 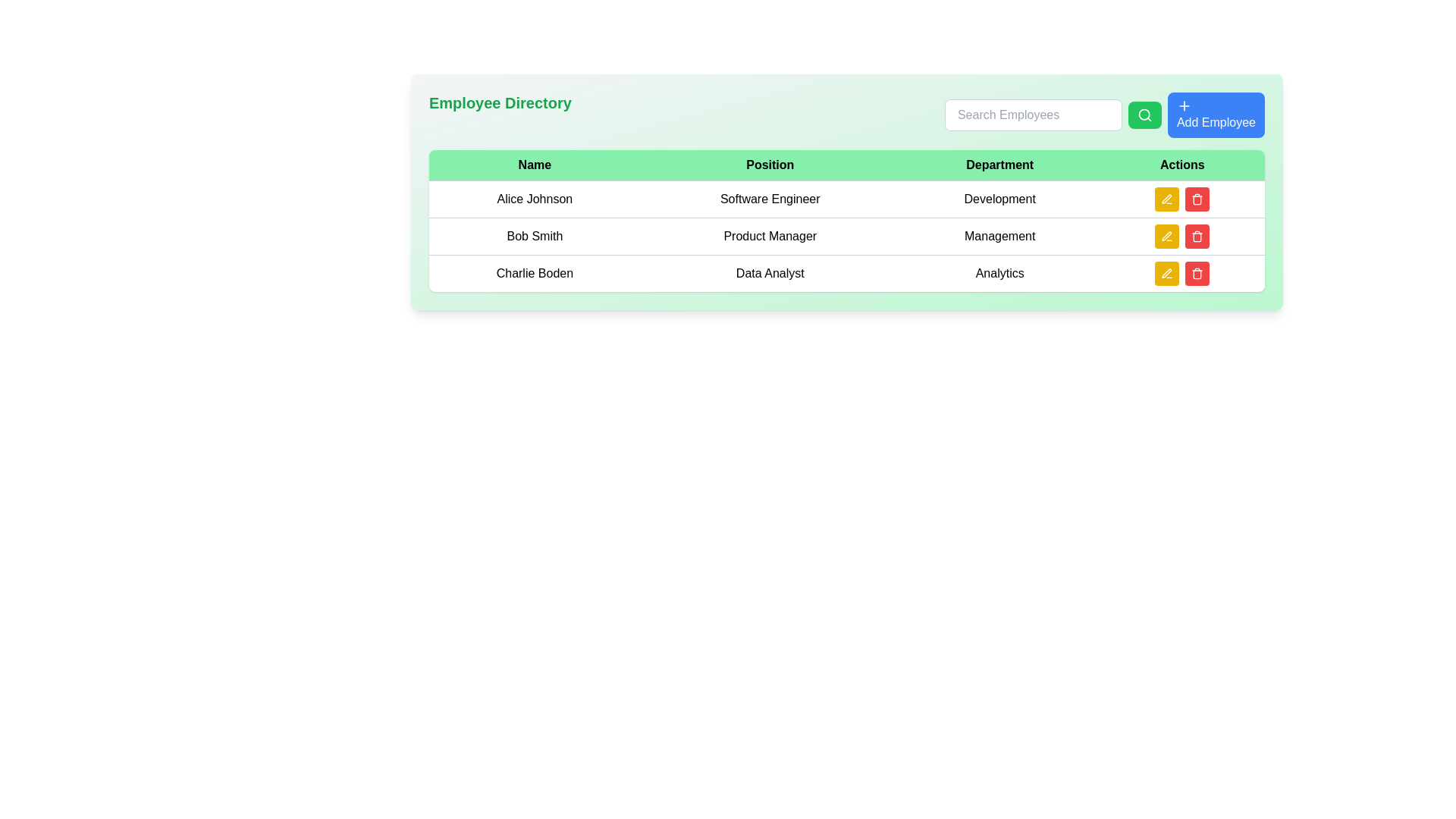 What do you see at coordinates (1144, 114) in the screenshot?
I see `the small circular search icon located within the green button adjacent to the blue 'Add Employee' button at the top-right corner of the table interface` at bounding box center [1144, 114].